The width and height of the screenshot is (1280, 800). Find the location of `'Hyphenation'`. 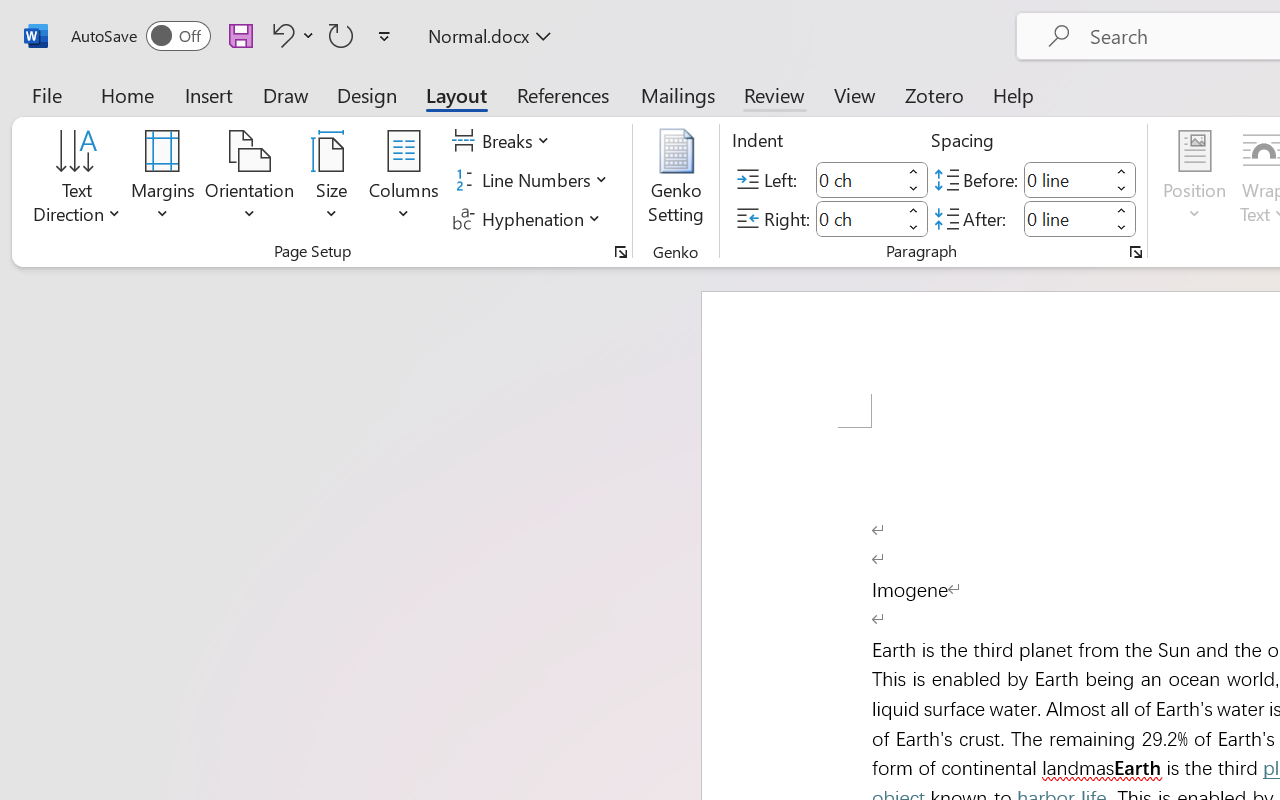

'Hyphenation' is located at coordinates (529, 218).